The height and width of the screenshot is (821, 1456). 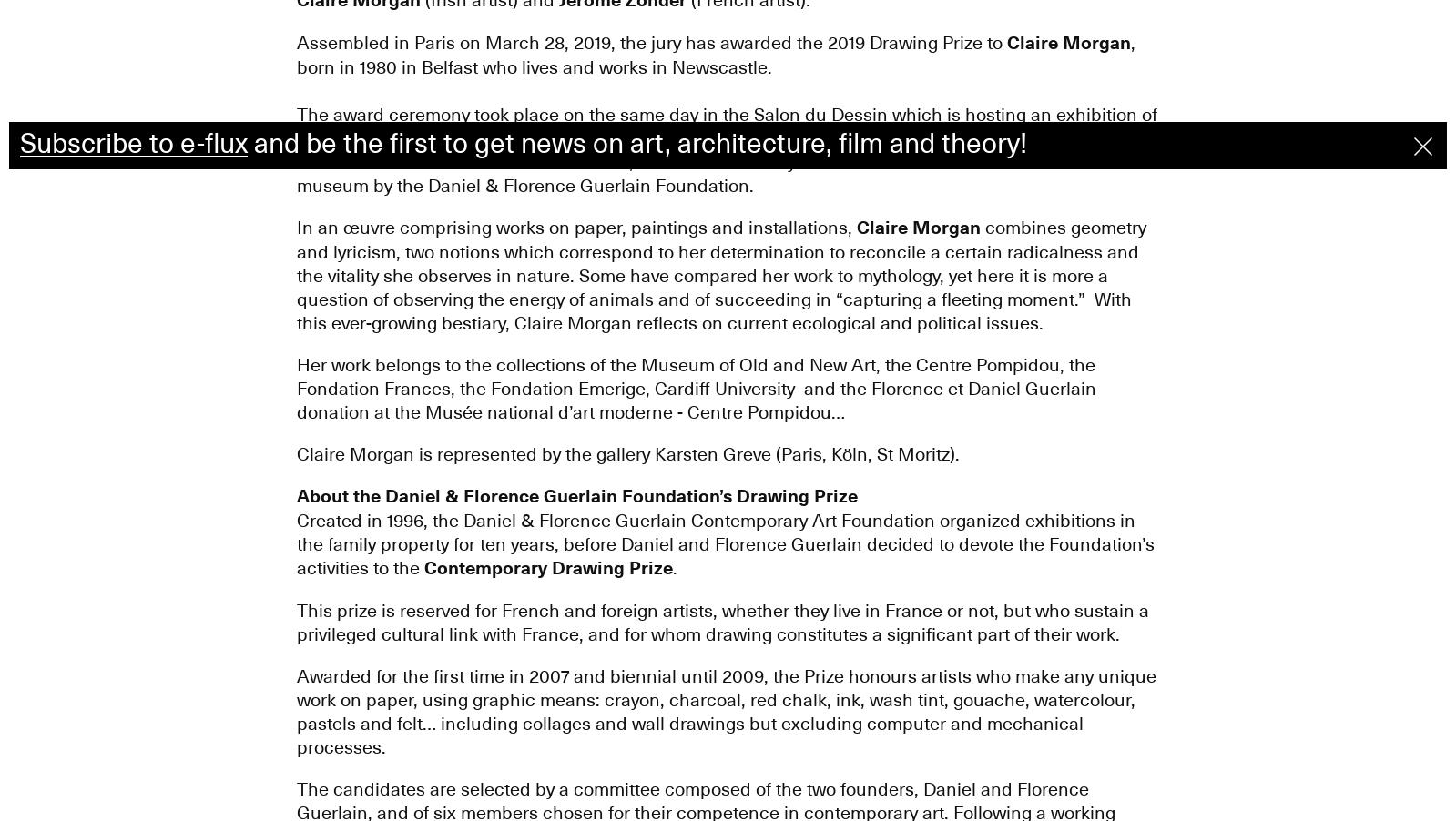 I want to click on 'Subscribe to e-flux', so click(x=132, y=143).